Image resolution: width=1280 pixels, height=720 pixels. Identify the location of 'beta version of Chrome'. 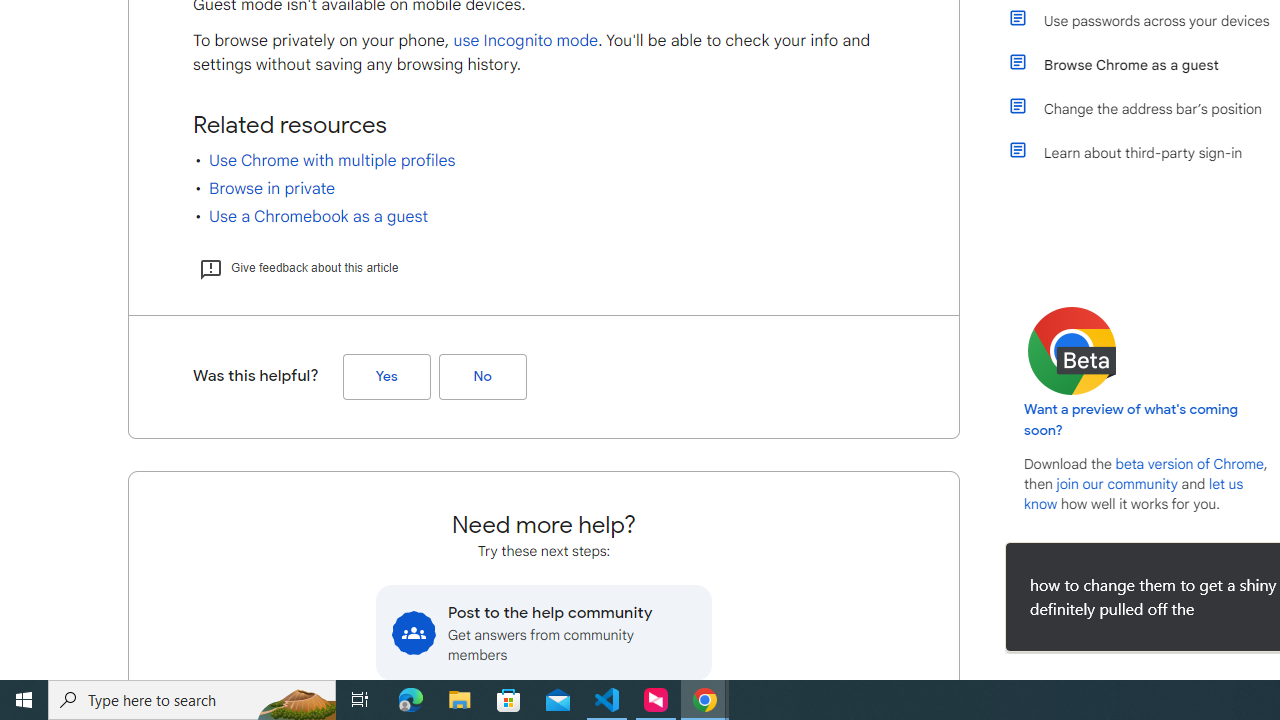
(1189, 464).